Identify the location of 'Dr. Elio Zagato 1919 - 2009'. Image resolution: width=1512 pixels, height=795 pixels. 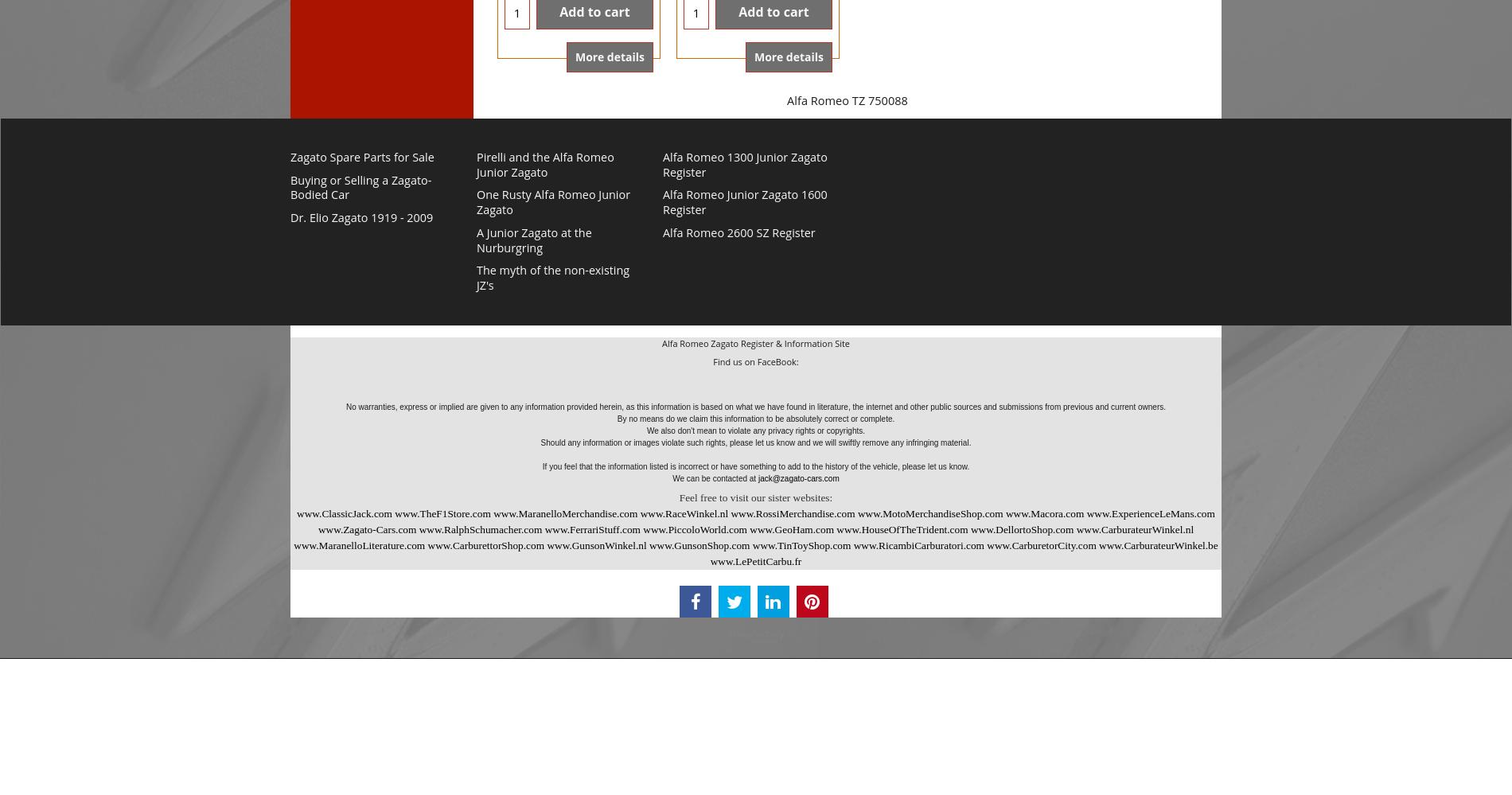
(360, 217).